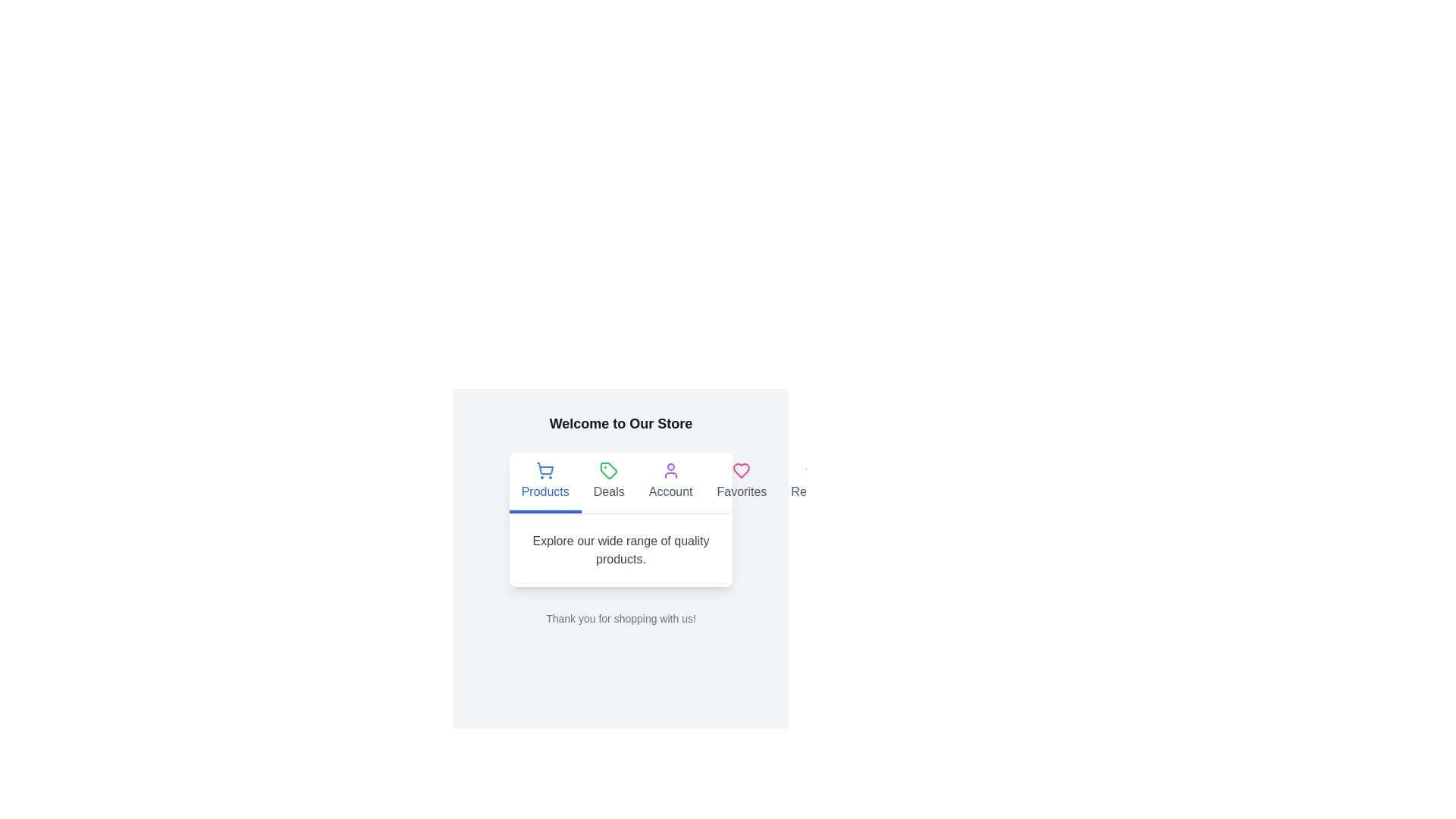  What do you see at coordinates (609, 470) in the screenshot?
I see `the green tag icon located in the navigation menu under the 'Deals' label` at bounding box center [609, 470].